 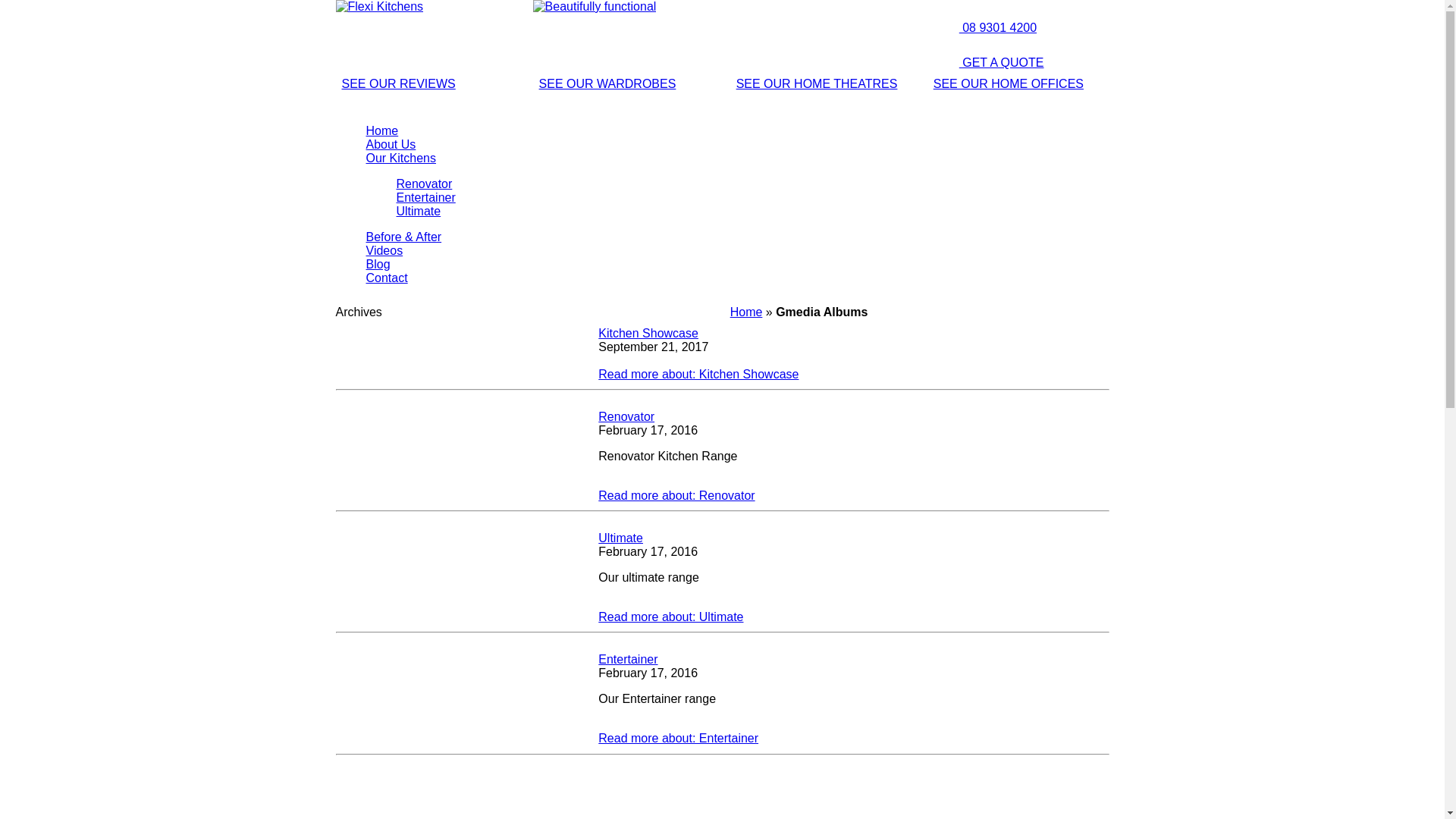 I want to click on 'Videos', so click(x=384, y=249).